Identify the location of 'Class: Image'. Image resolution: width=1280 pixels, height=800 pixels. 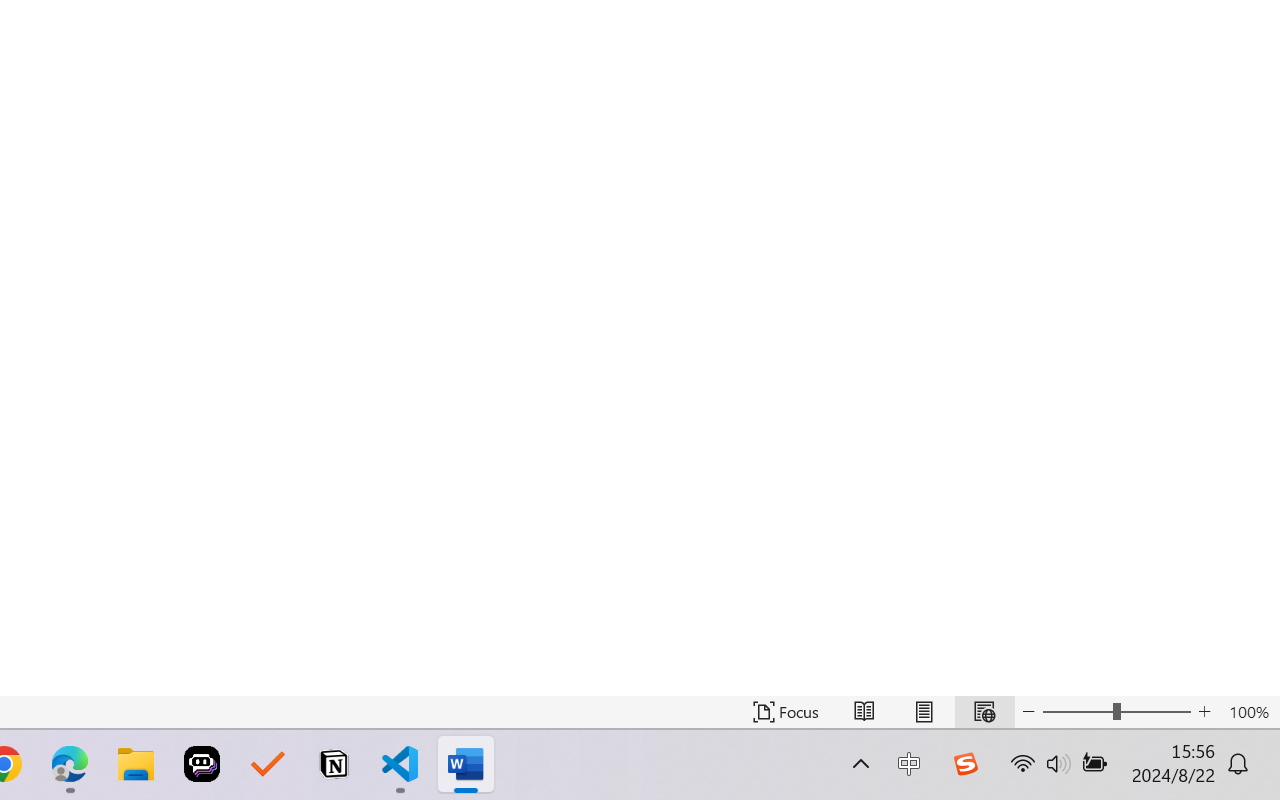
(965, 764).